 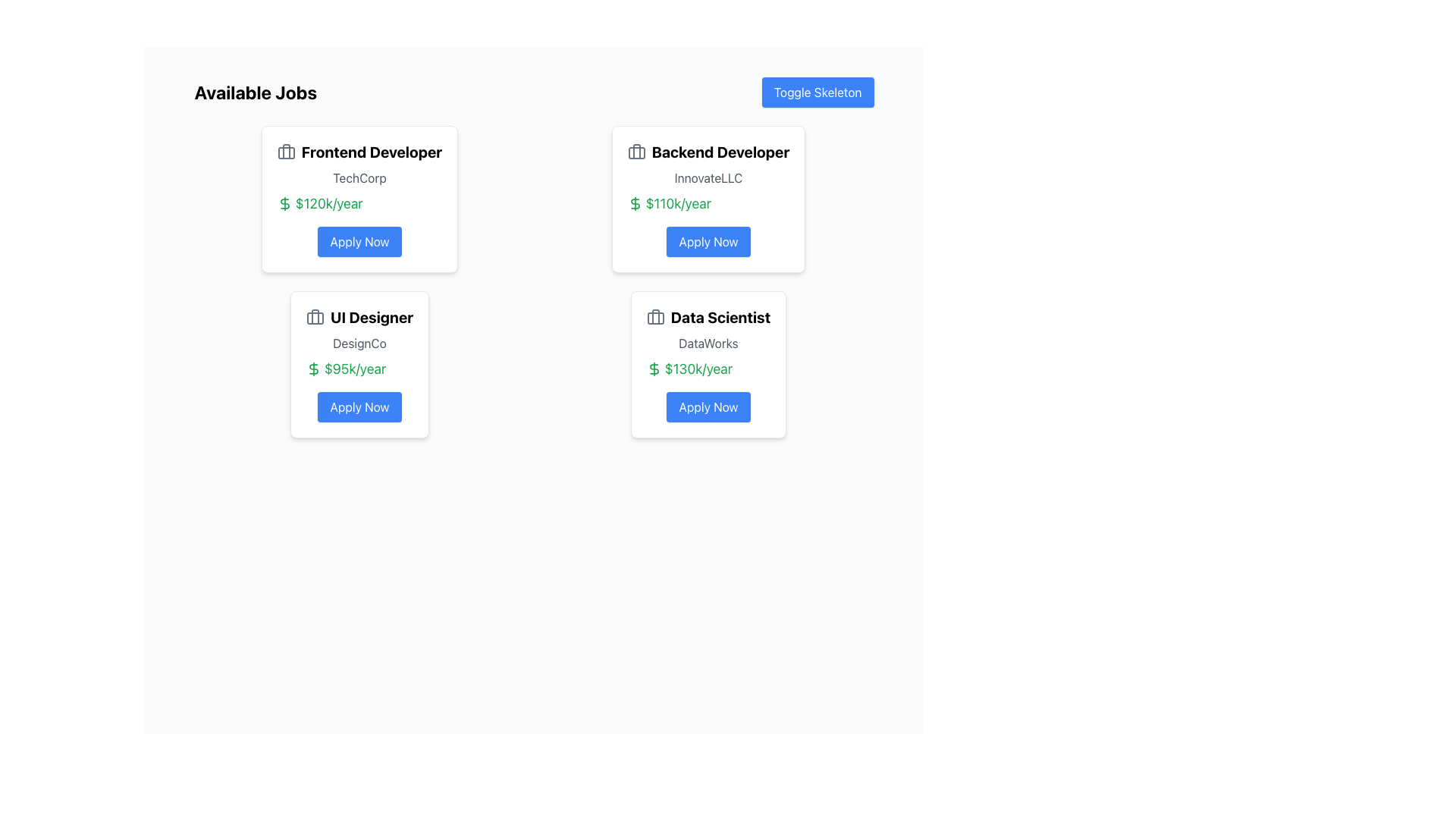 What do you see at coordinates (312, 369) in the screenshot?
I see `the dollar sign icon, which is rendered in SVG format with a green stroke, located slightly below the job title 'UI Designer' and above the 'Apply Now' button` at bounding box center [312, 369].